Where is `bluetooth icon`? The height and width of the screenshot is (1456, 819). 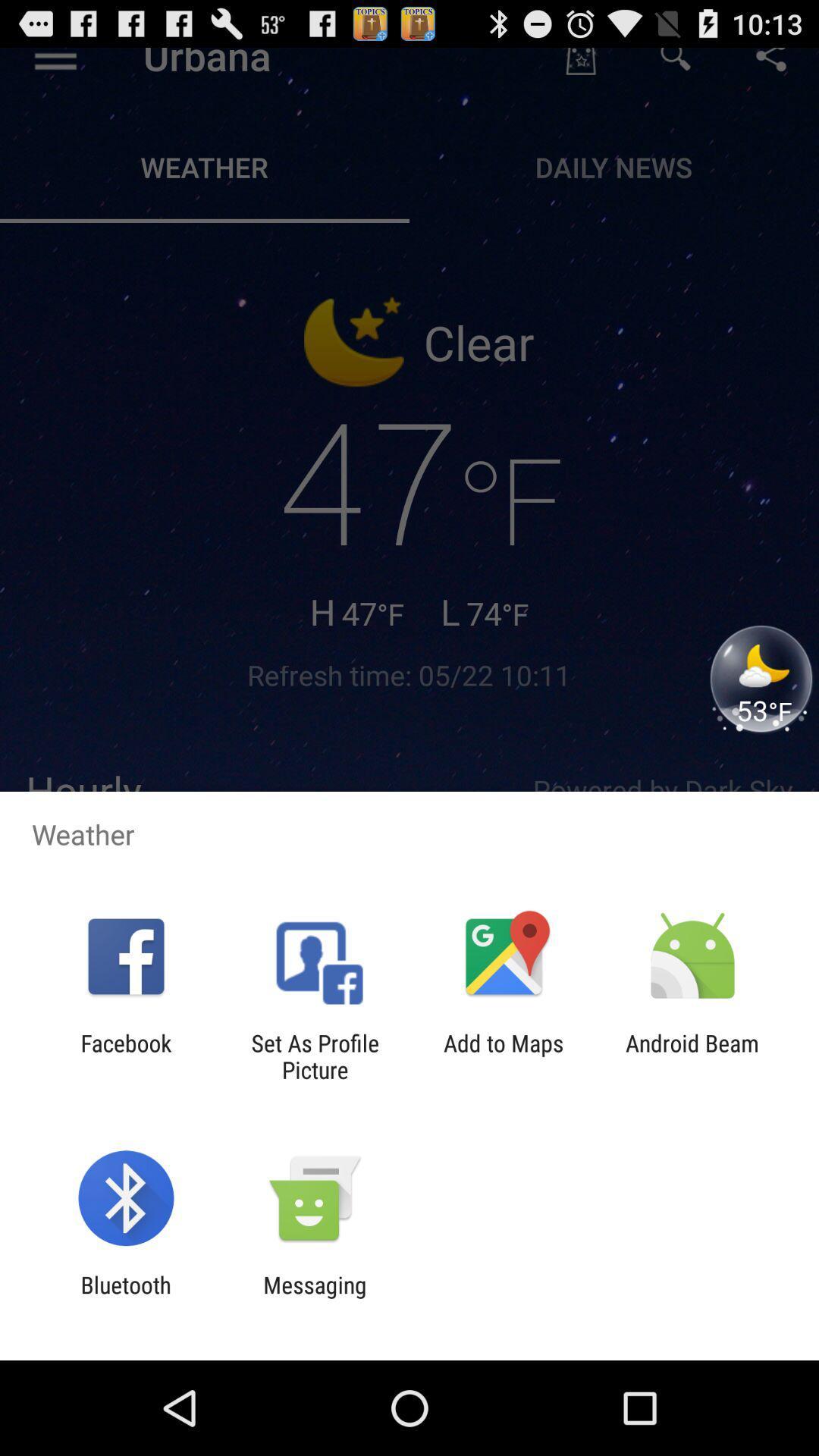
bluetooth icon is located at coordinates (125, 1298).